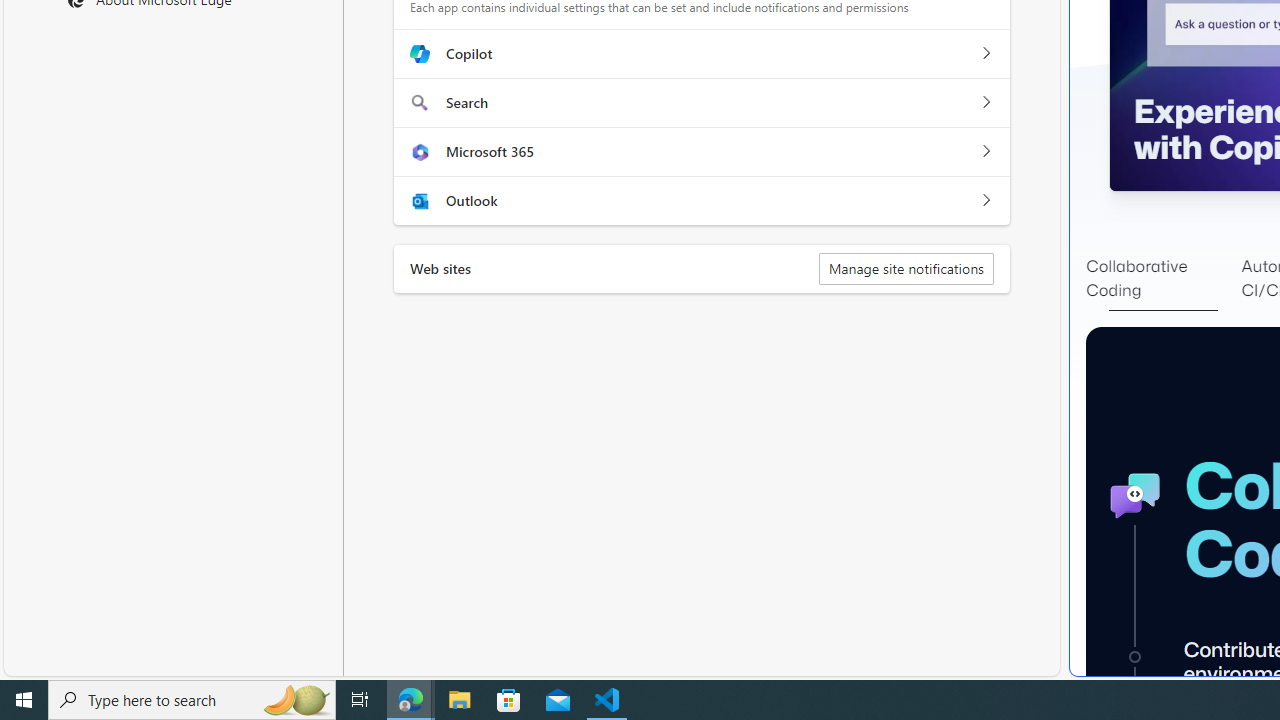 The height and width of the screenshot is (720, 1280). What do you see at coordinates (294, 698) in the screenshot?
I see `'Search highlights icon opens search home window'` at bounding box center [294, 698].